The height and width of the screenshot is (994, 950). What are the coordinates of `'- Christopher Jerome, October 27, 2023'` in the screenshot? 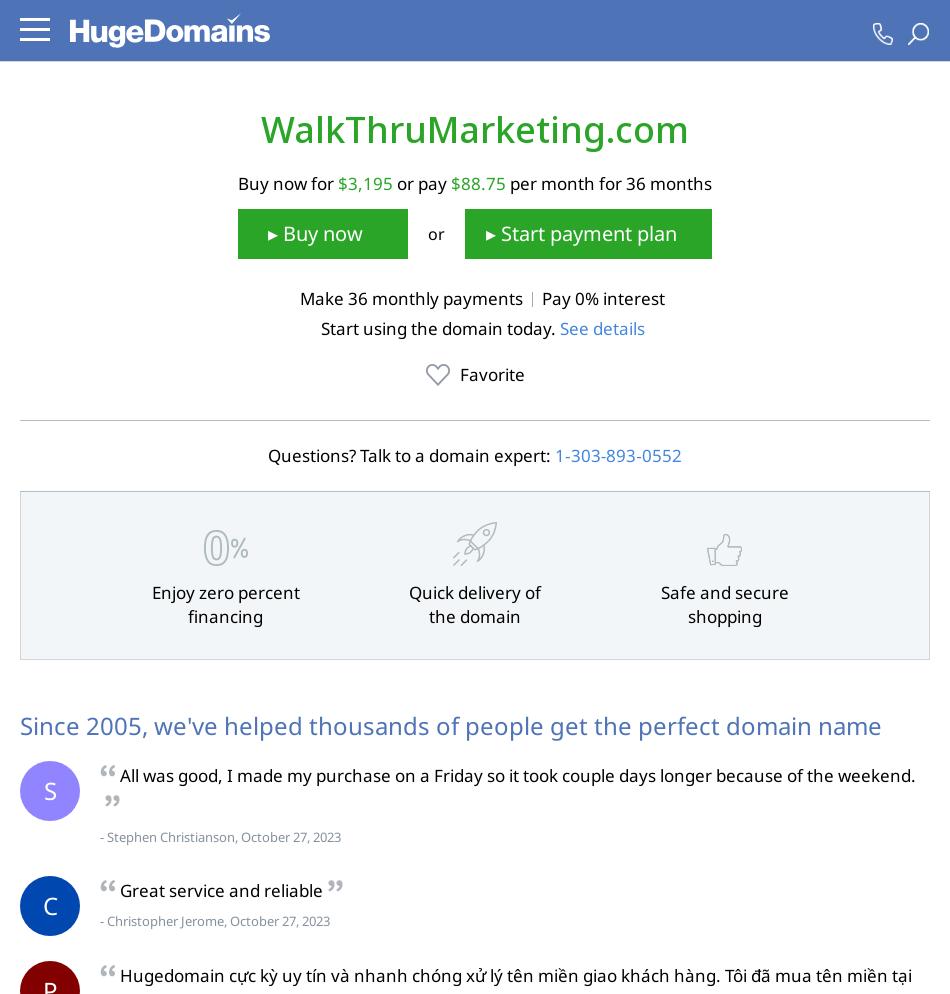 It's located at (214, 920).